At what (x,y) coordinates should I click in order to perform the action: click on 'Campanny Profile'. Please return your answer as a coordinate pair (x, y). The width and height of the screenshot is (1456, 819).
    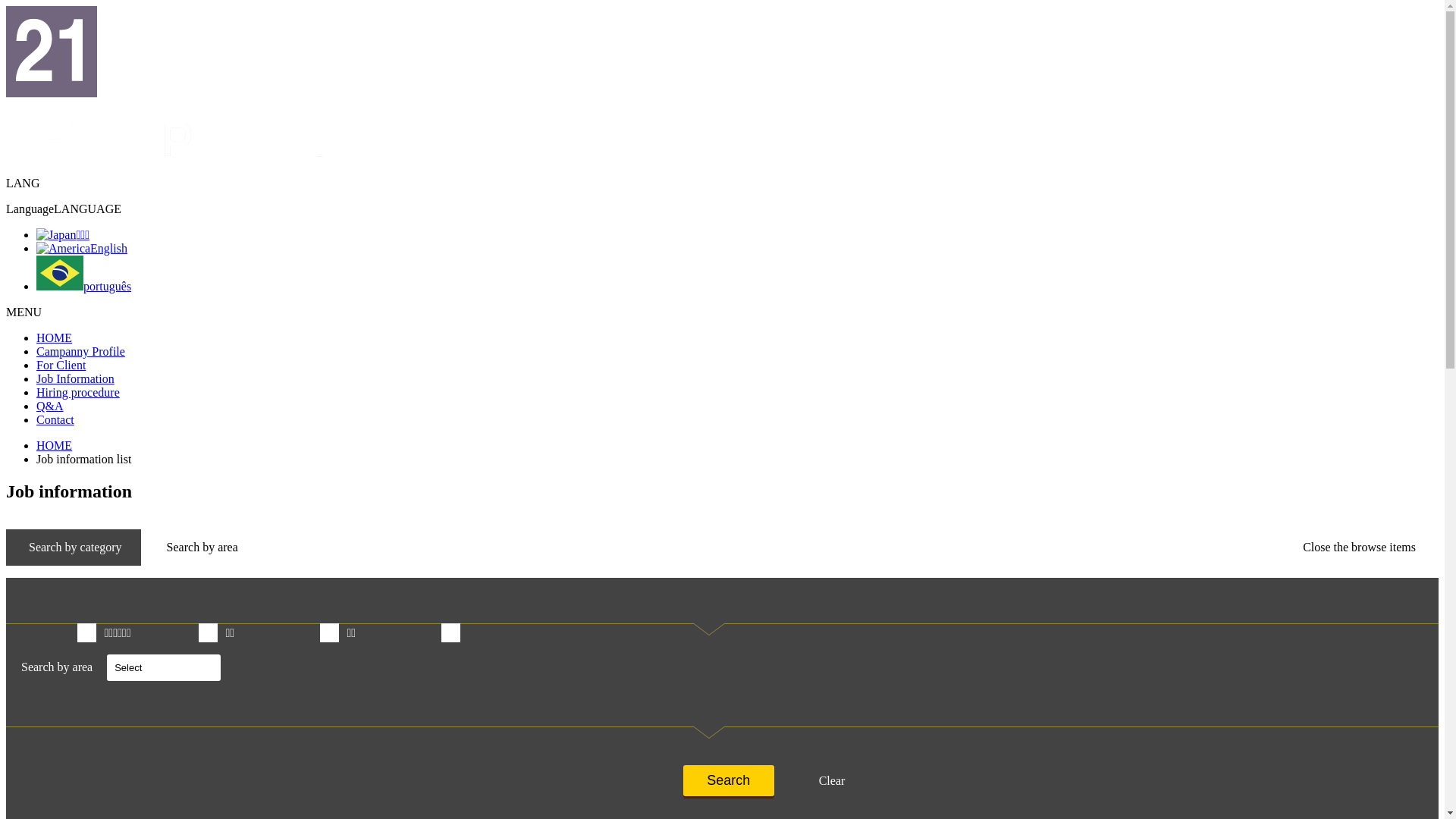
    Looking at the image, I should click on (80, 351).